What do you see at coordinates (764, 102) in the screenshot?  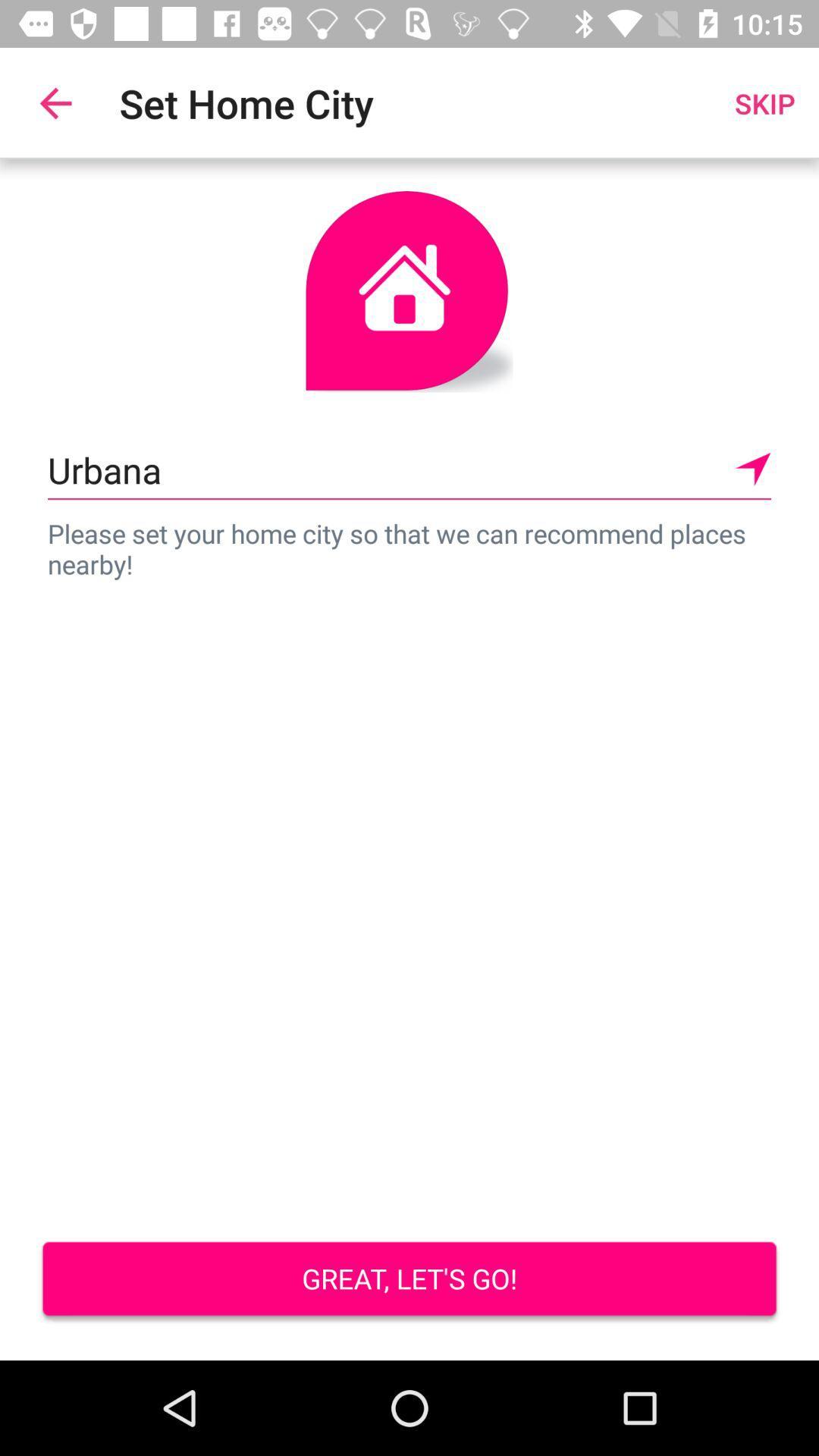 I see `the item next to set home city icon` at bounding box center [764, 102].